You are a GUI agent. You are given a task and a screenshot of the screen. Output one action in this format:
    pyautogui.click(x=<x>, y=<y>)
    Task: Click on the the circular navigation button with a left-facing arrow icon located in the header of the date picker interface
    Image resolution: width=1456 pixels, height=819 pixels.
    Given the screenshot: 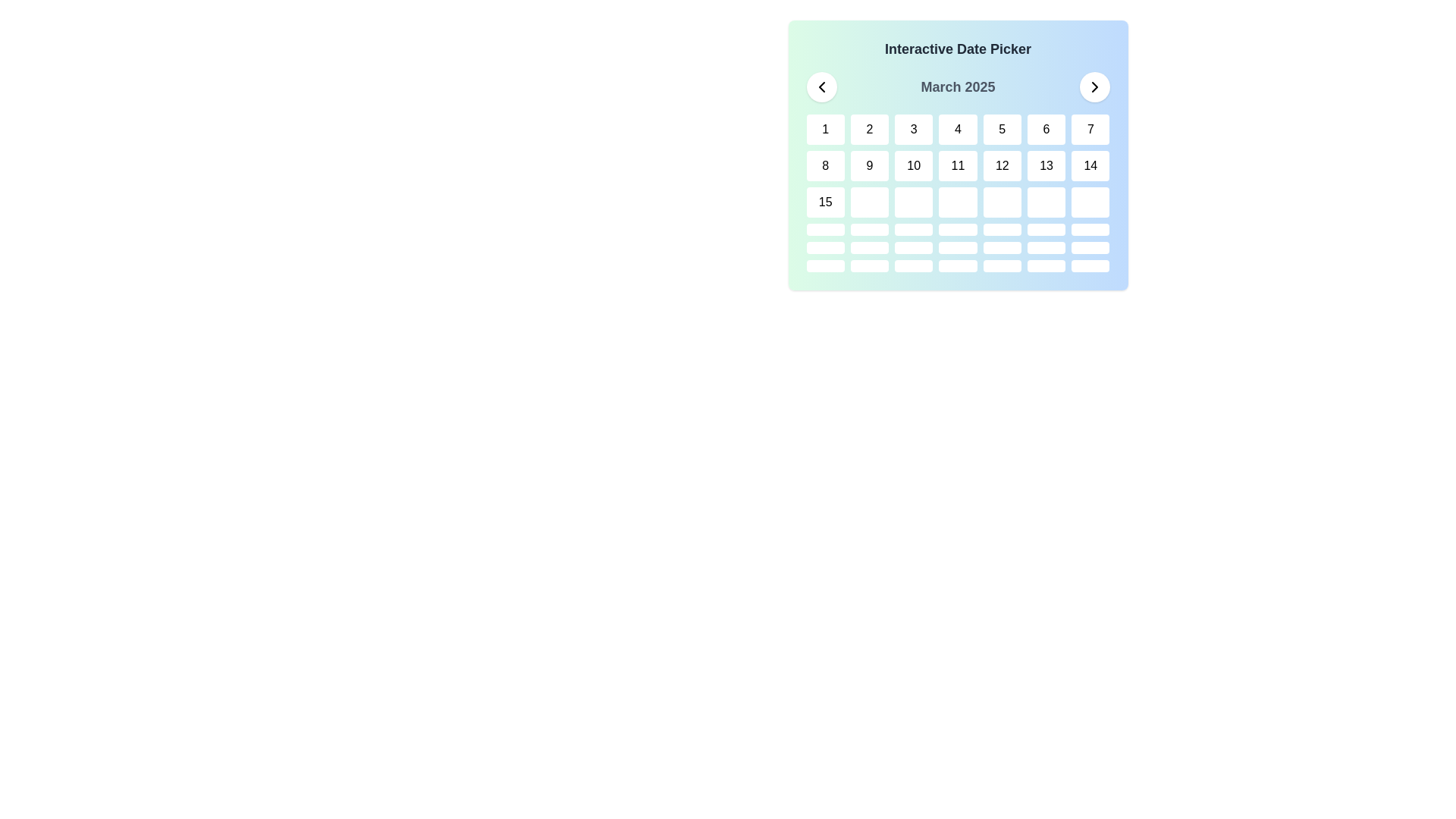 What is the action you would take?
    pyautogui.click(x=821, y=87)
    